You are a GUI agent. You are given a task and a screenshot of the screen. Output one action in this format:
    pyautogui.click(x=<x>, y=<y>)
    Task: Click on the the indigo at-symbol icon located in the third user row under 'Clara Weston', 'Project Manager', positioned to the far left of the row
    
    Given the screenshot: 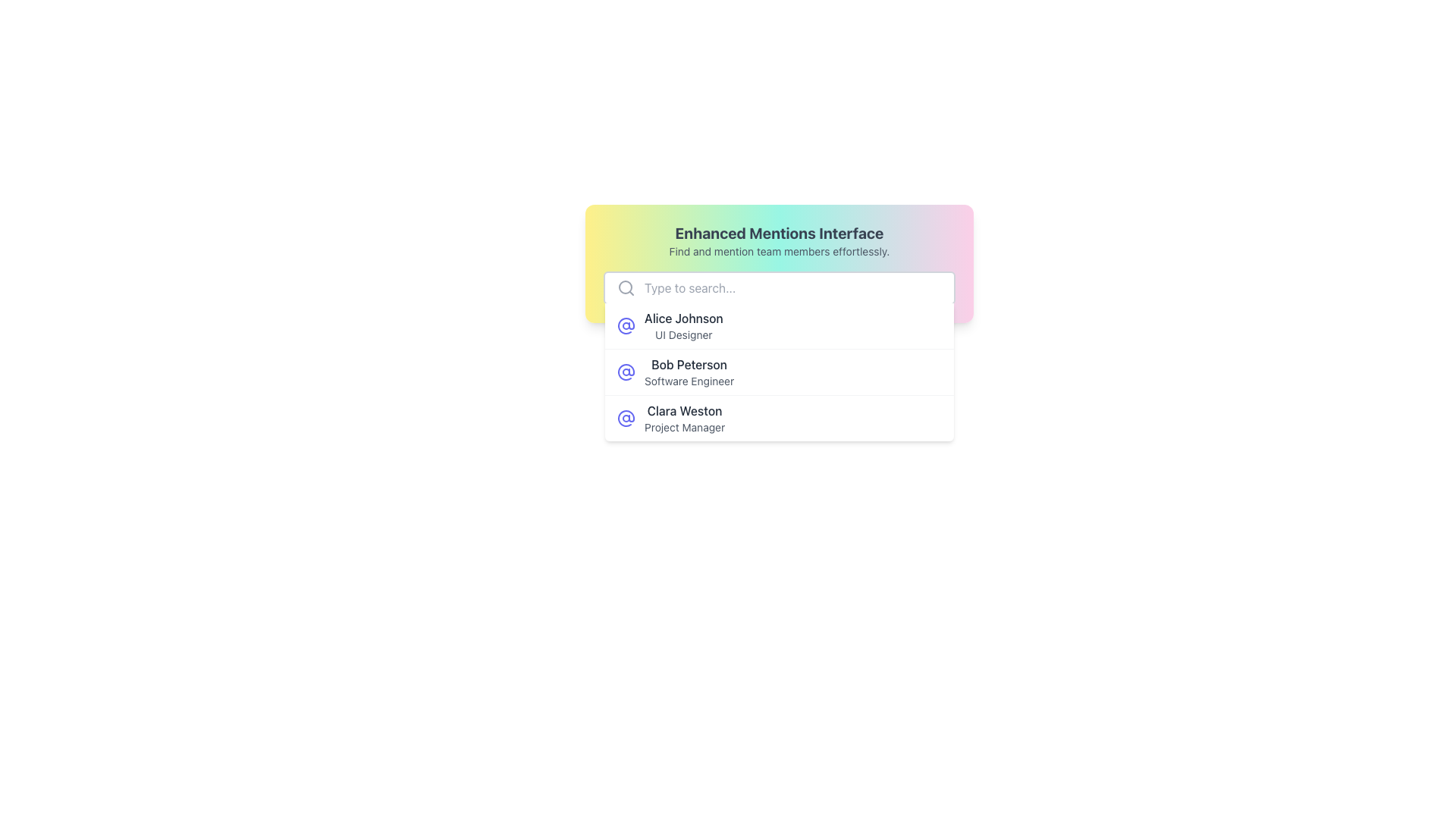 What is the action you would take?
    pyautogui.click(x=626, y=418)
    